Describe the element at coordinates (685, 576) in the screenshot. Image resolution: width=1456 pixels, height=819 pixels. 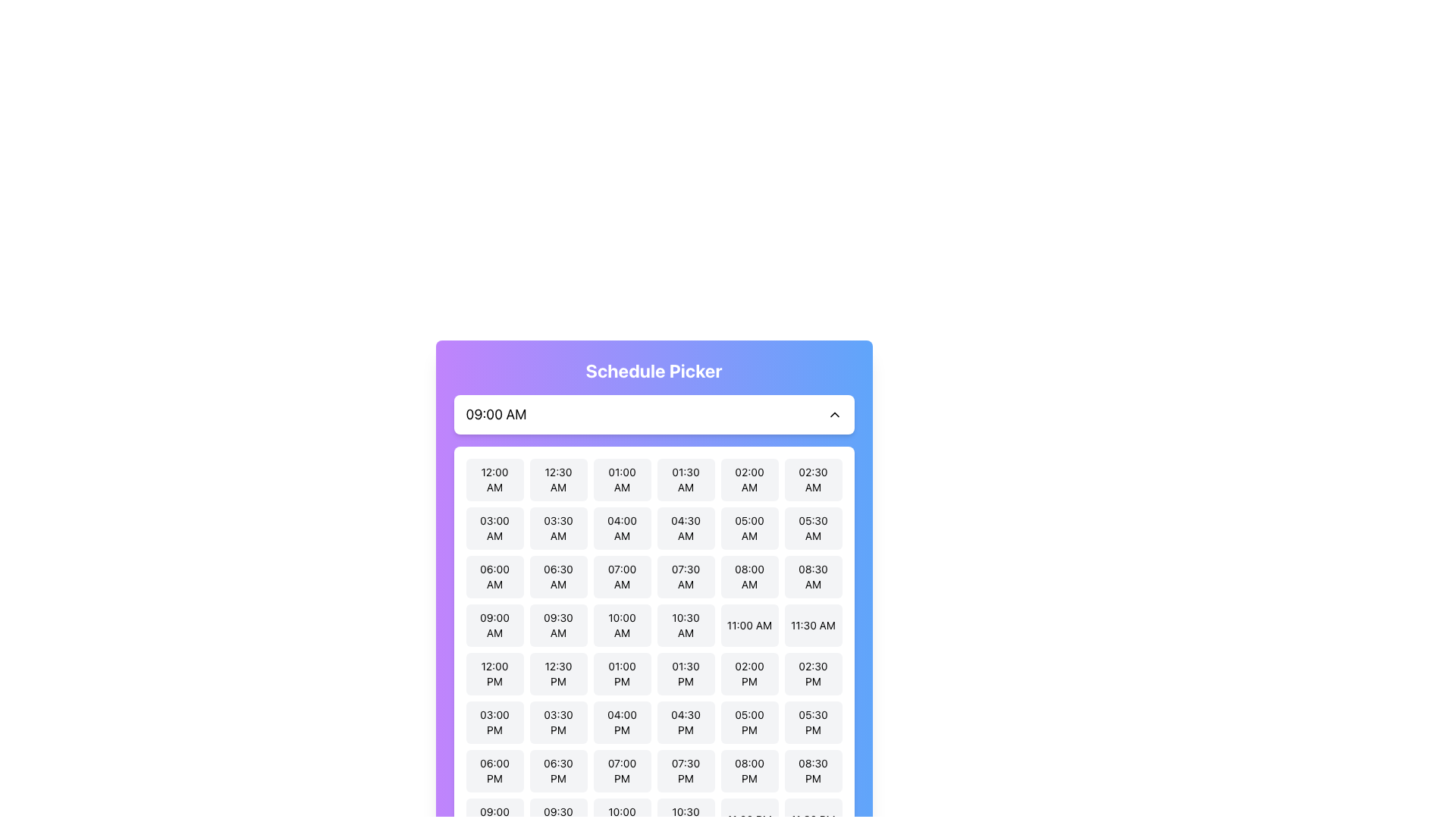
I see `the '07:30 AM' button located in the second column of the fourth row of the time selection grid` at that location.